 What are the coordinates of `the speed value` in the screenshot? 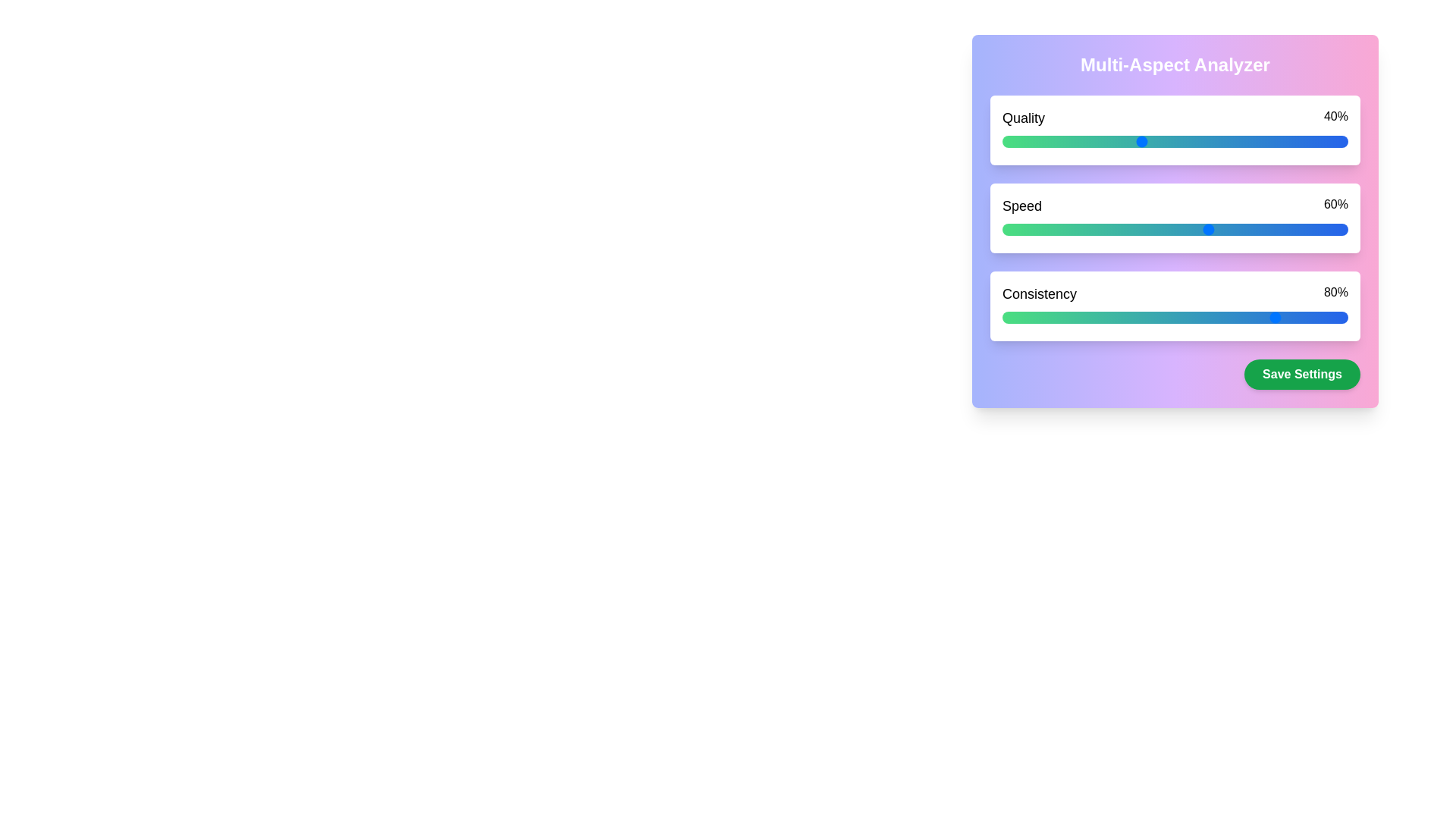 It's located at (1157, 230).